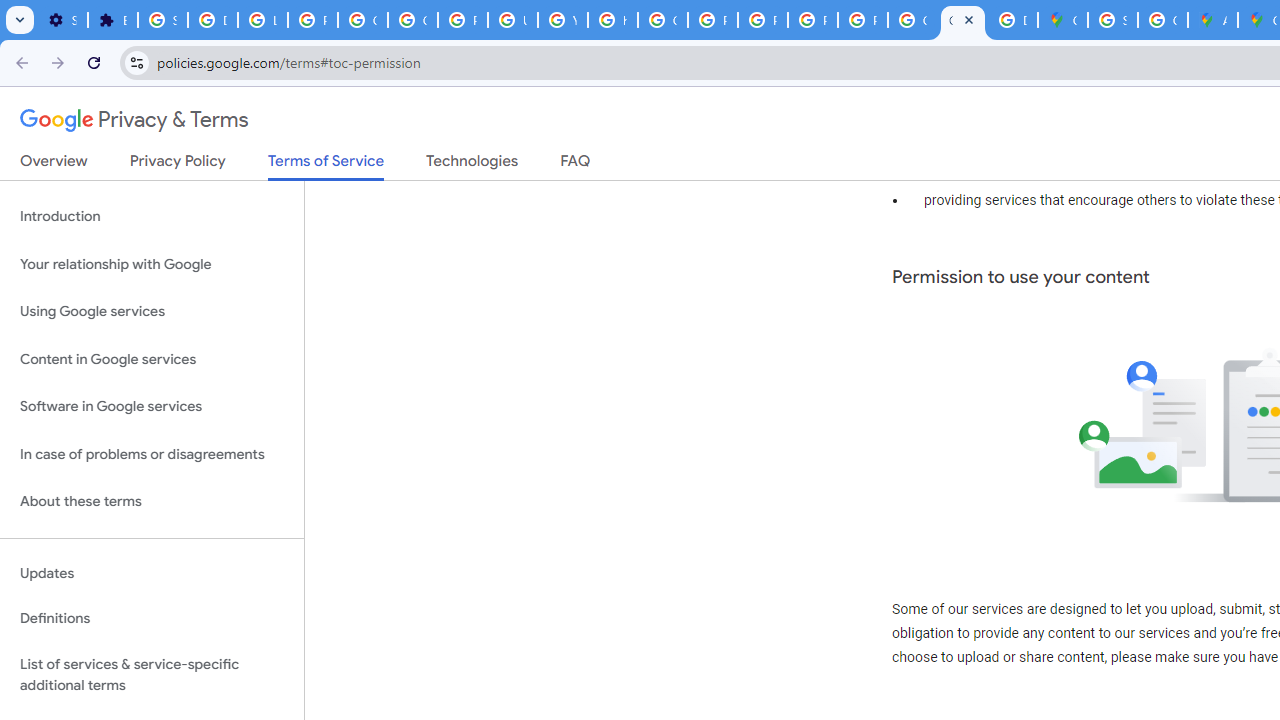 This screenshot has height=720, width=1280. Describe the element at coordinates (1162, 20) in the screenshot. I see `'Create your Google Account'` at that location.